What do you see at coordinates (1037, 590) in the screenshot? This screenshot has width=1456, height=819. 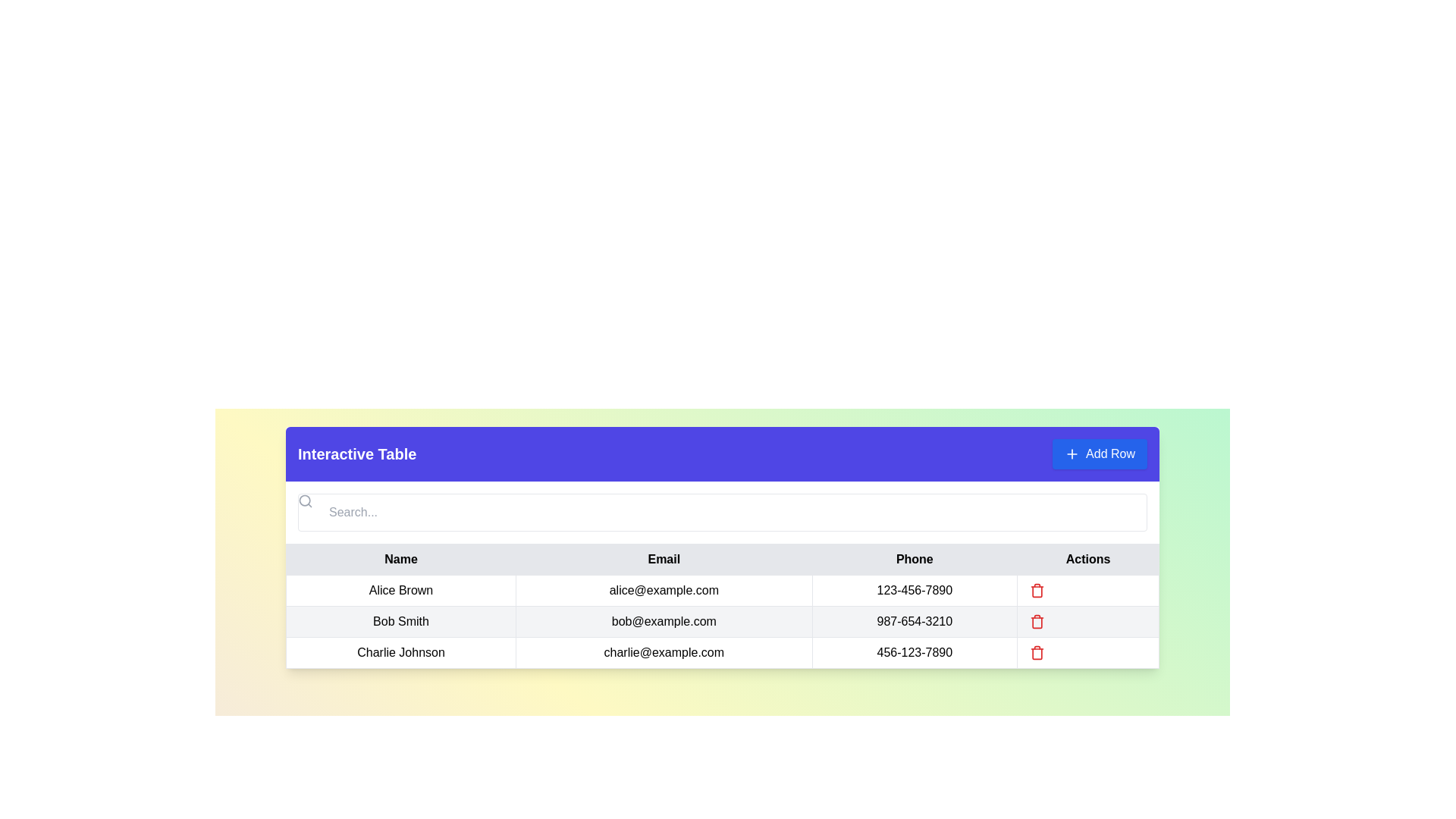 I see `the small red trash icon button located in the 'Actions' column of the second row of the data table, aligned with 'Bob Smith's' email and phone details` at bounding box center [1037, 590].